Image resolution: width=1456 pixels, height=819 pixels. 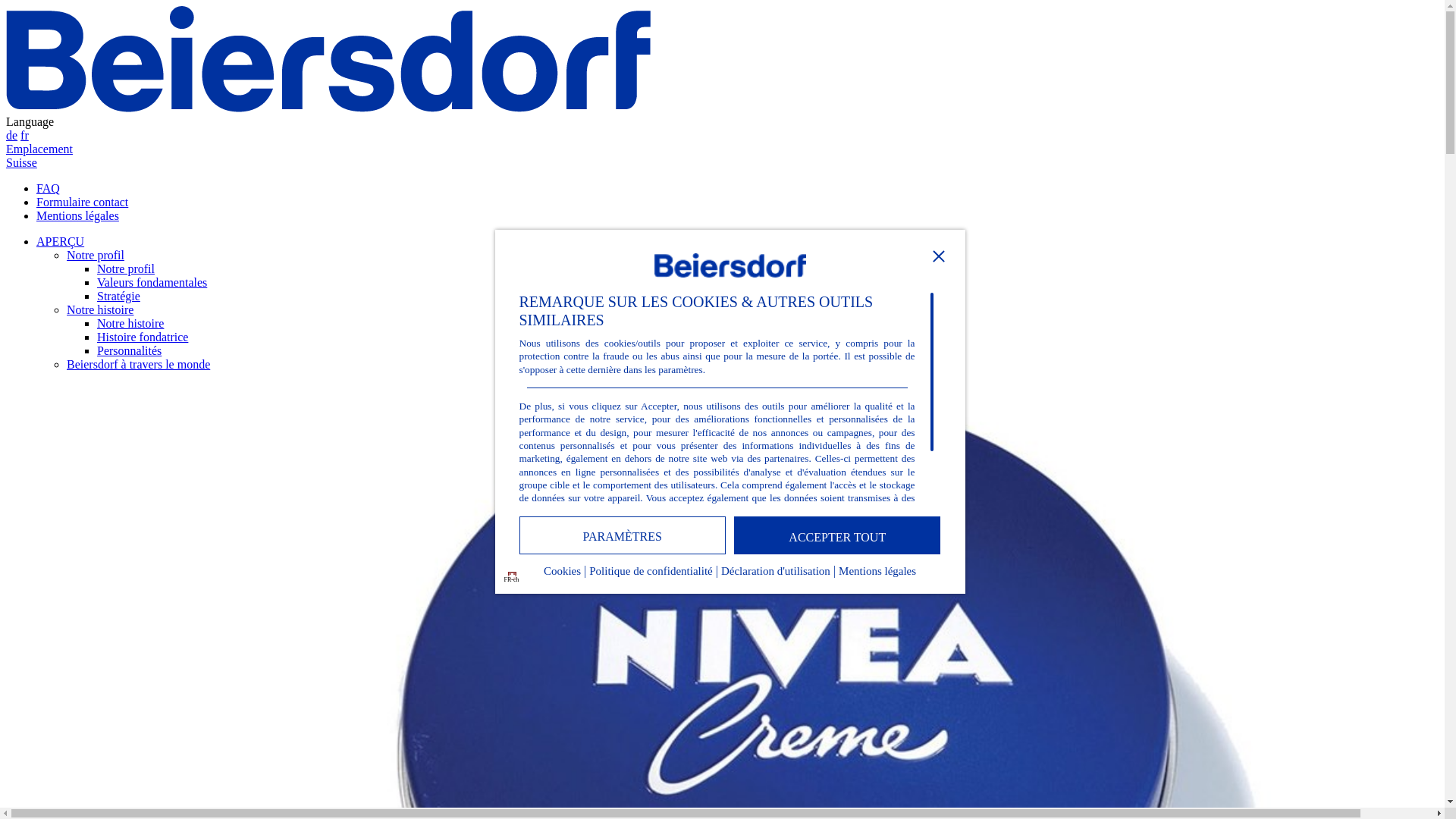 What do you see at coordinates (96, 336) in the screenshot?
I see `'Histoire fondatrice'` at bounding box center [96, 336].